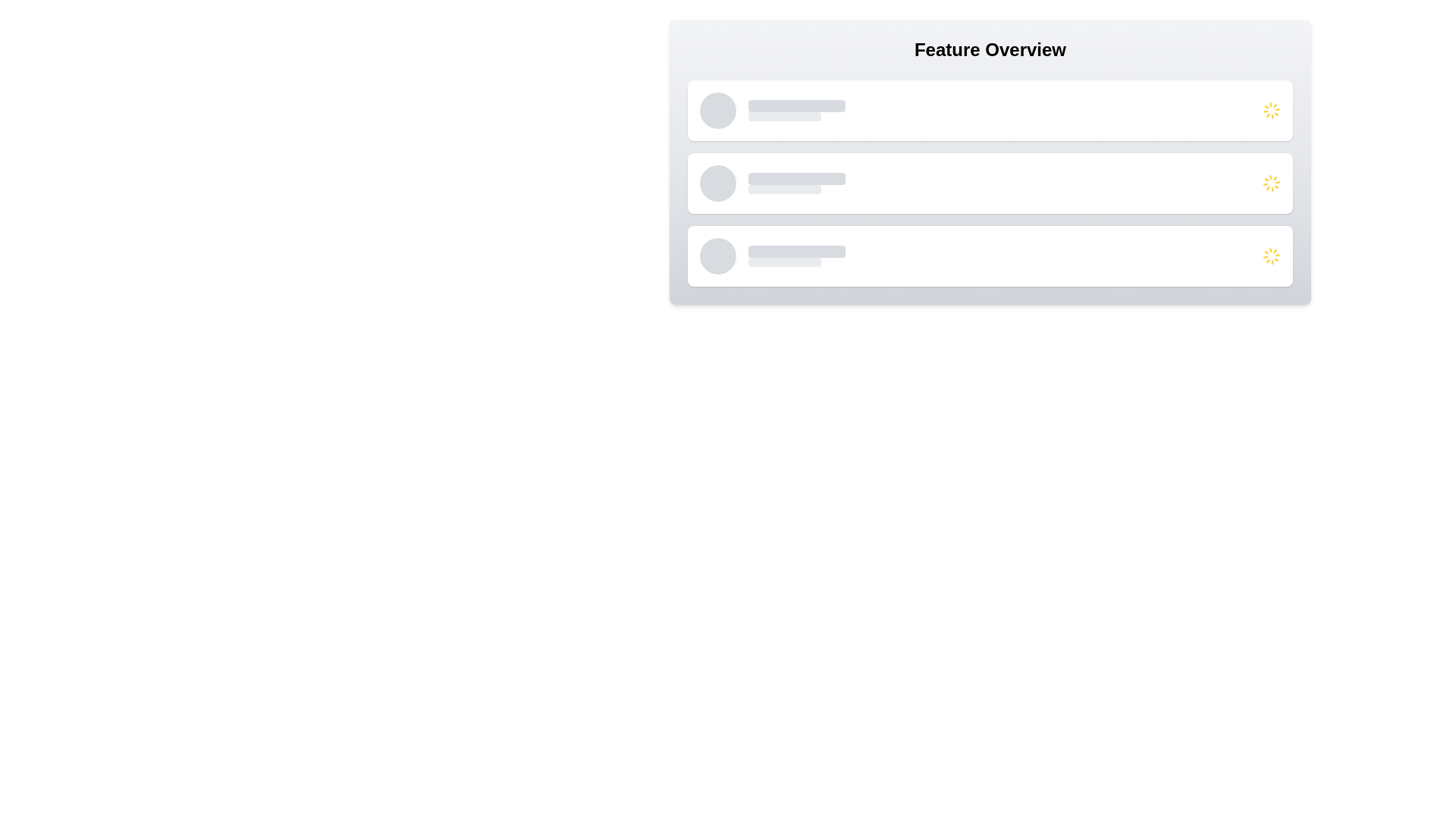 The width and height of the screenshot is (1456, 819). What do you see at coordinates (785, 116) in the screenshot?
I see `the Loading or placeholder indicator, which serves as a visual placeholder at the top of a vertical list, aligned with a circular shape` at bounding box center [785, 116].